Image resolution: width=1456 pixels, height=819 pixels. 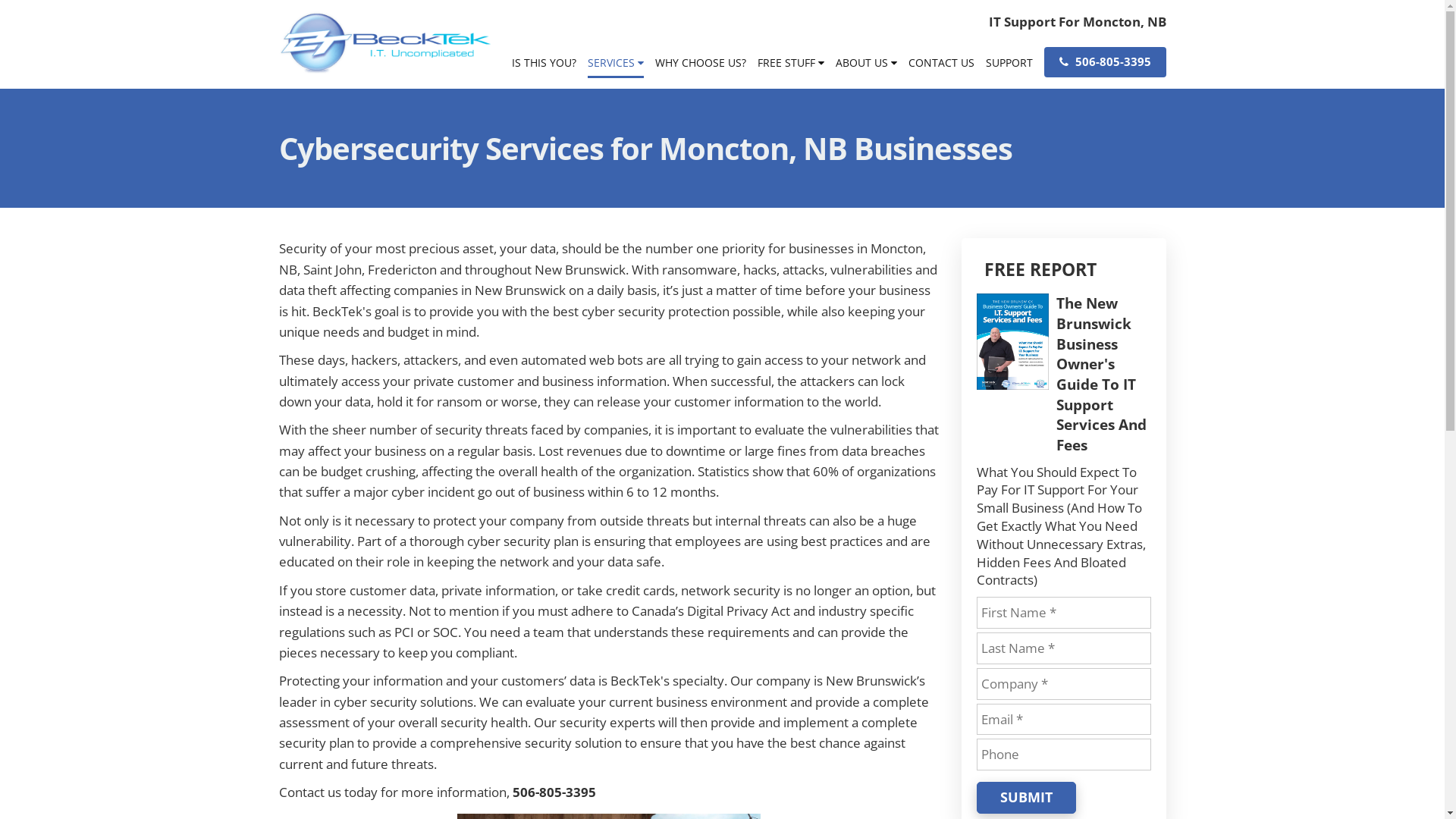 What do you see at coordinates (1104, 61) in the screenshot?
I see `'506-805-3395'` at bounding box center [1104, 61].